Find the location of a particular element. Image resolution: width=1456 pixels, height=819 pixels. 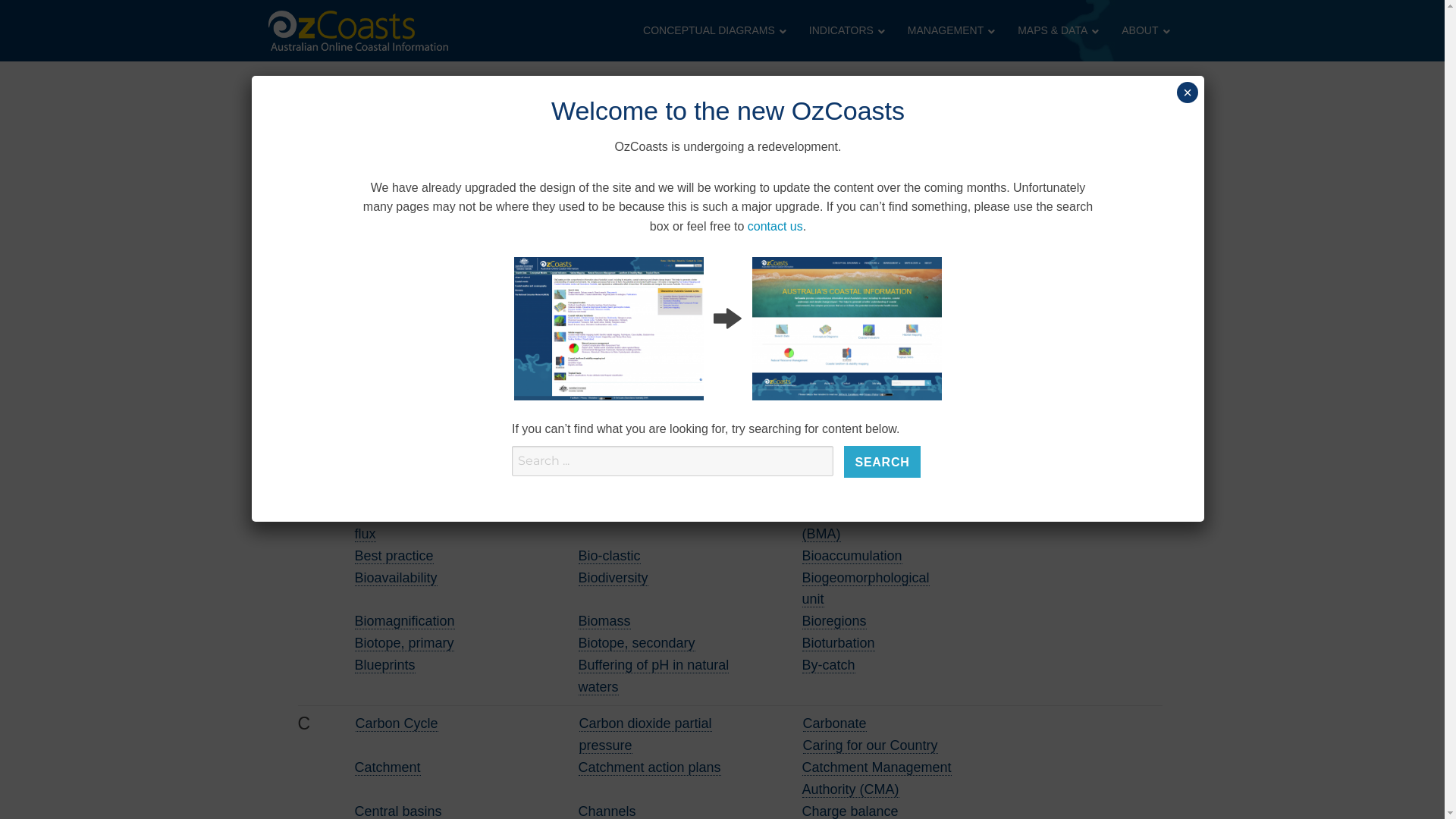

'Bioaccumulation' is located at coordinates (852, 556).